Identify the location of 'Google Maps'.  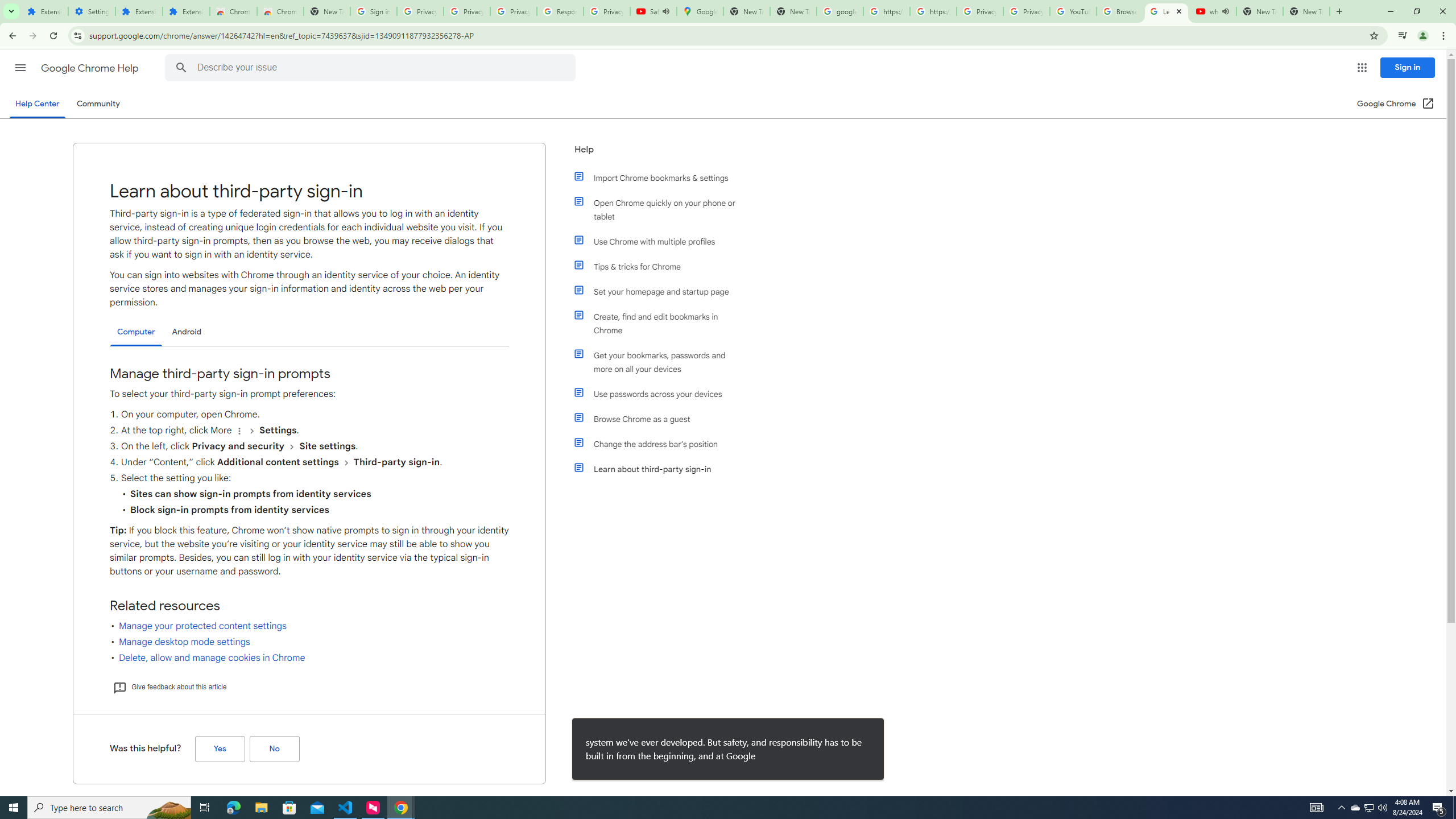
(700, 11).